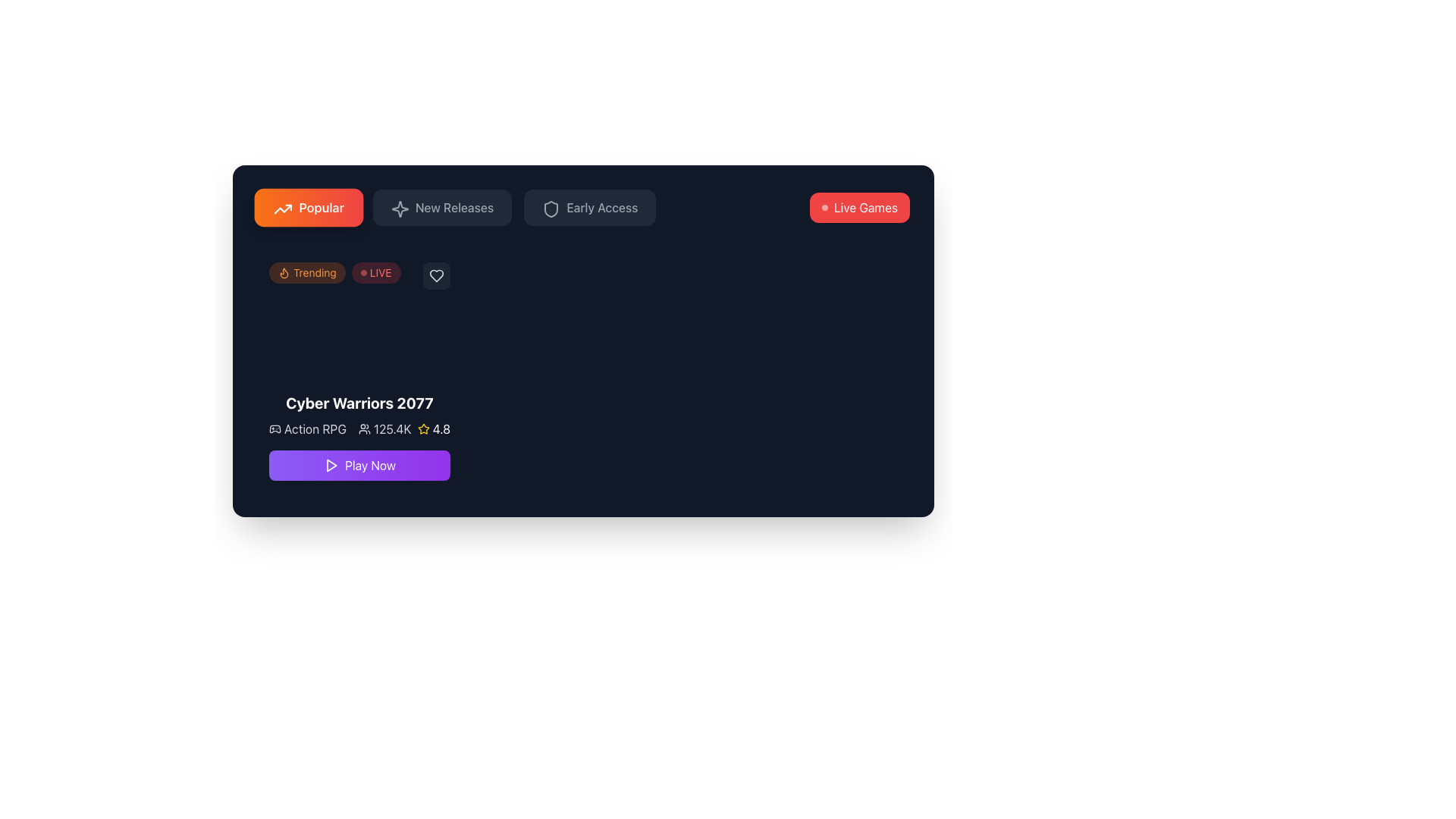 This screenshot has height=819, width=1456. What do you see at coordinates (384, 429) in the screenshot?
I see `the static text element indicating the number of users, followers, or participants, located between 'Action RPG' and a rating star with a numeric score` at bounding box center [384, 429].